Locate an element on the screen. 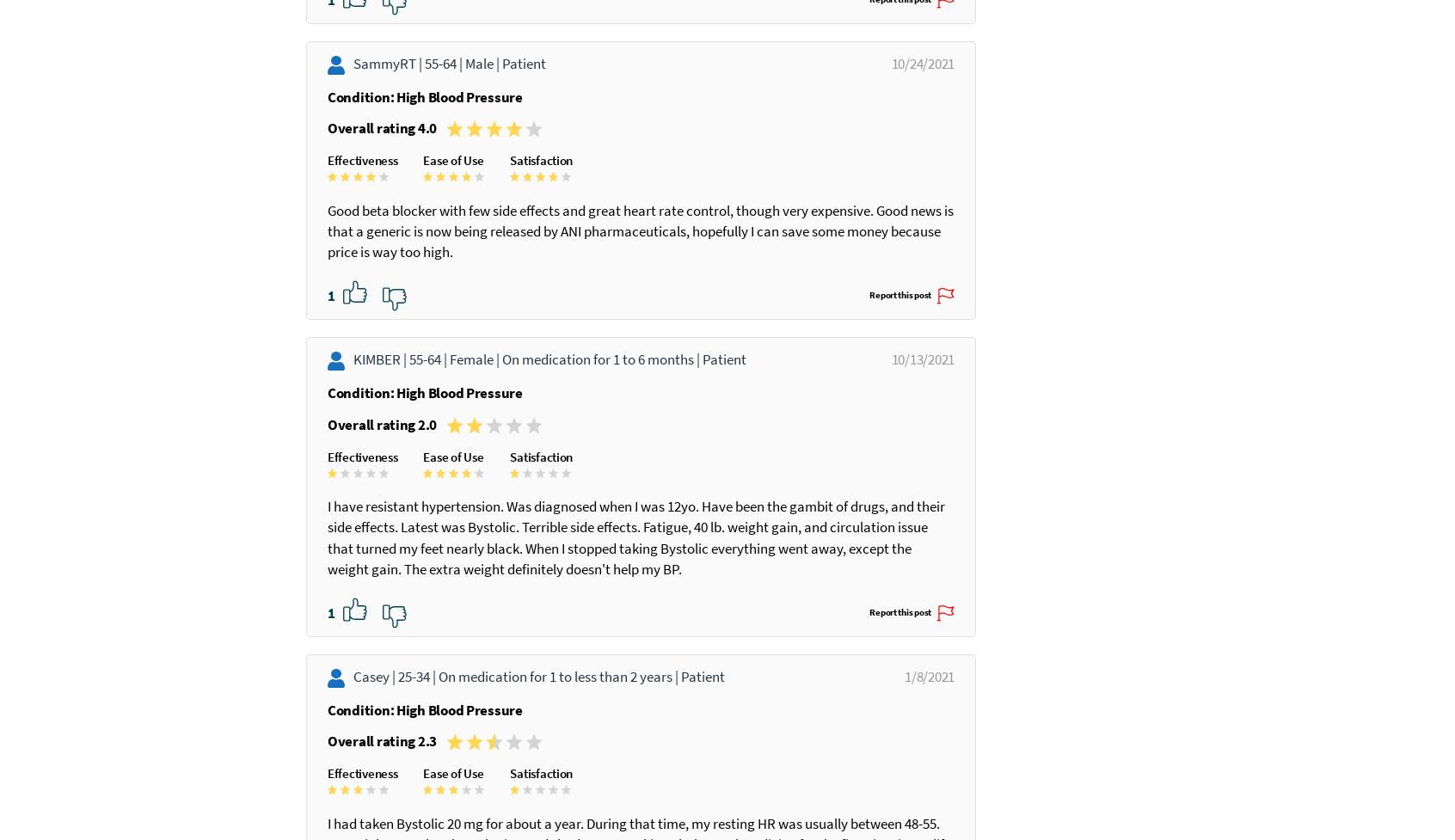 Image resolution: width=1455 pixels, height=840 pixels. 'Good beta blocker with few side effects and great heart rate control, though very expensive. Good news is that a generic is now being released by ANI pharmaceuticals, hopefully I can save some money because price is way too high.' is located at coordinates (617, 272).